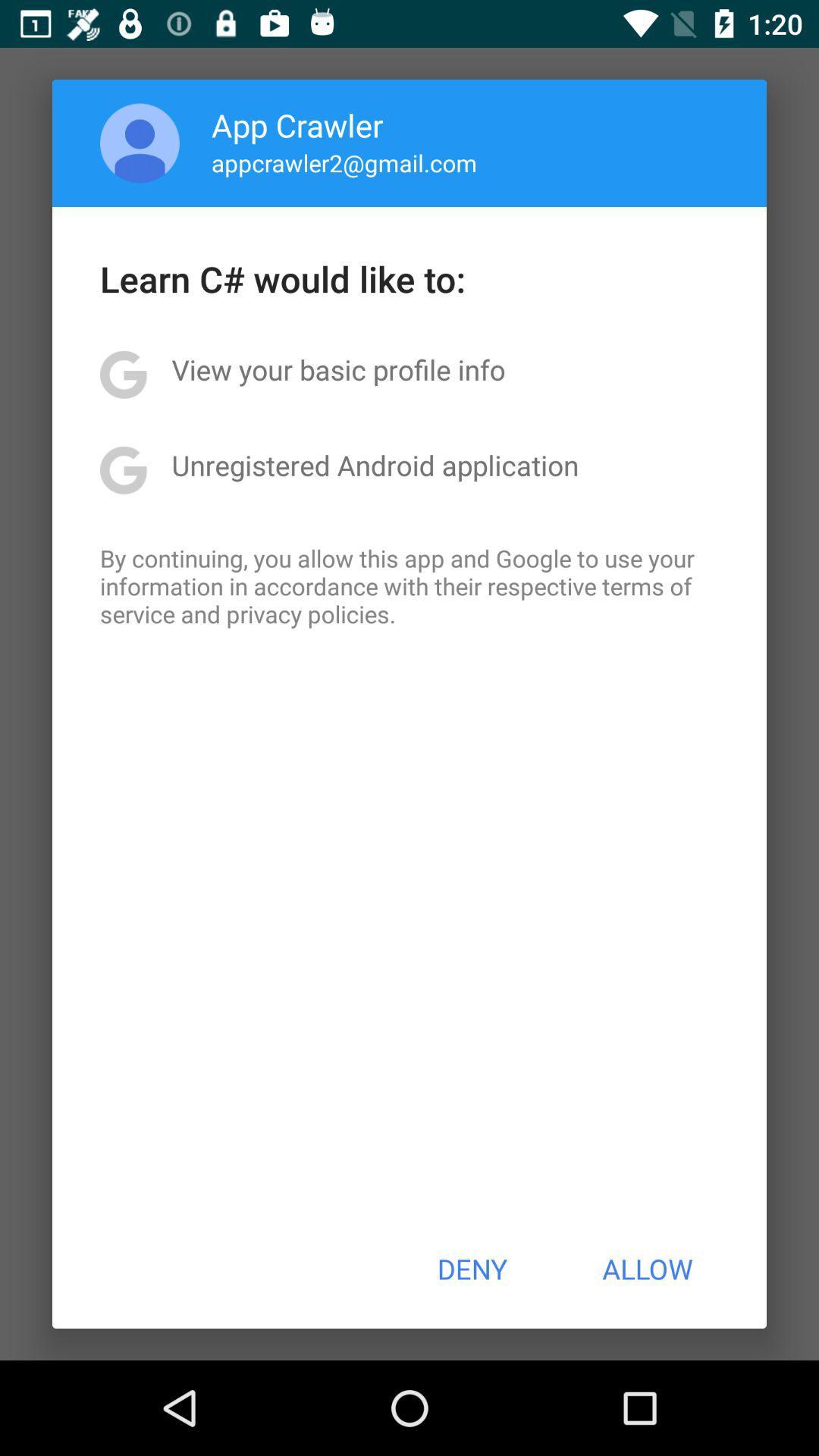 The height and width of the screenshot is (1456, 819). I want to click on the app below the learn c would icon, so click(337, 369).